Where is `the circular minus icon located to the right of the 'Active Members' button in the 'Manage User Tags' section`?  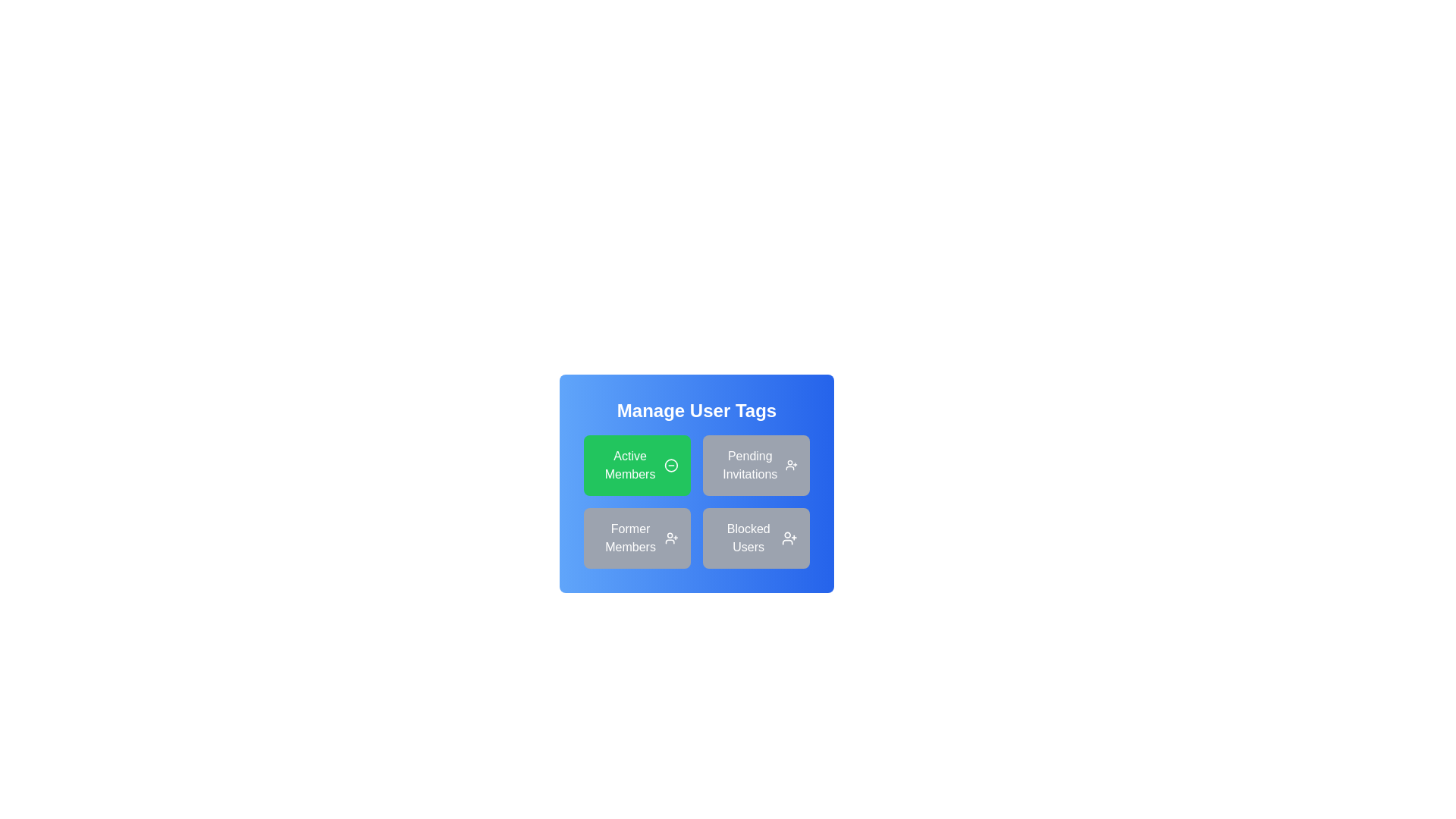 the circular minus icon located to the right of the 'Active Members' button in the 'Manage User Tags' section is located at coordinates (670, 464).